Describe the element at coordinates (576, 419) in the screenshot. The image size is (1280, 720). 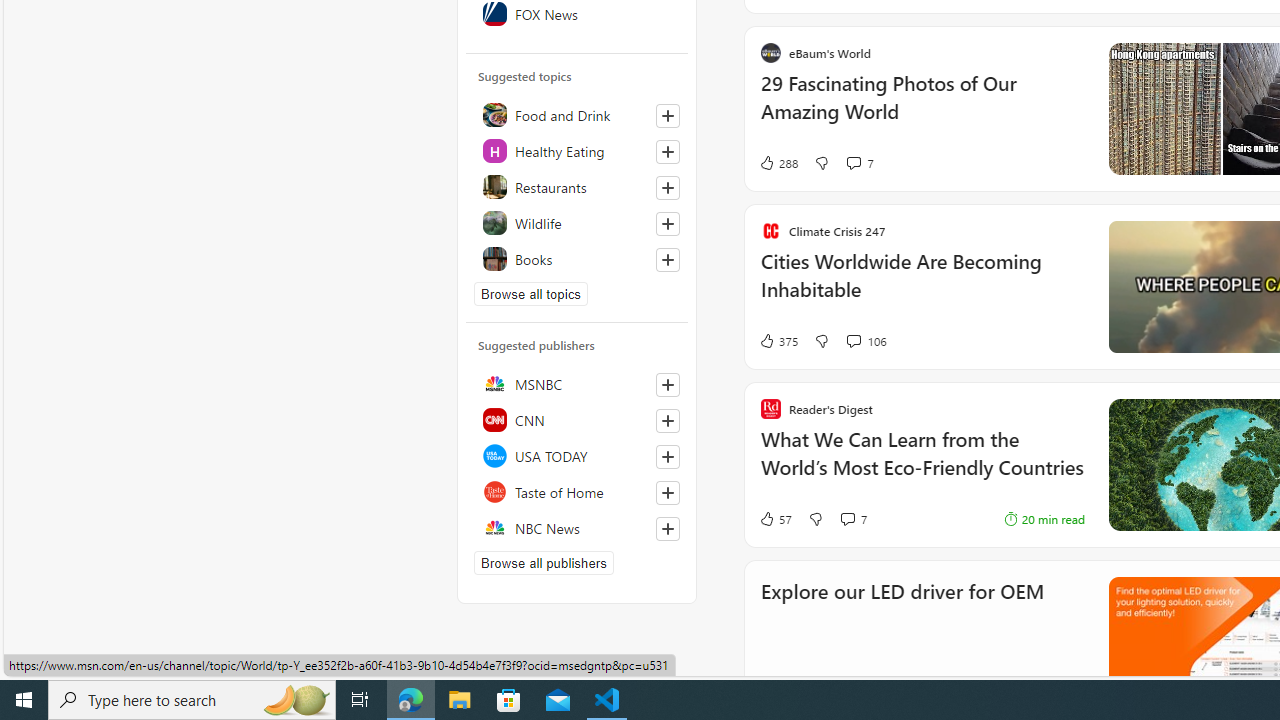
I see `'CNN'` at that location.